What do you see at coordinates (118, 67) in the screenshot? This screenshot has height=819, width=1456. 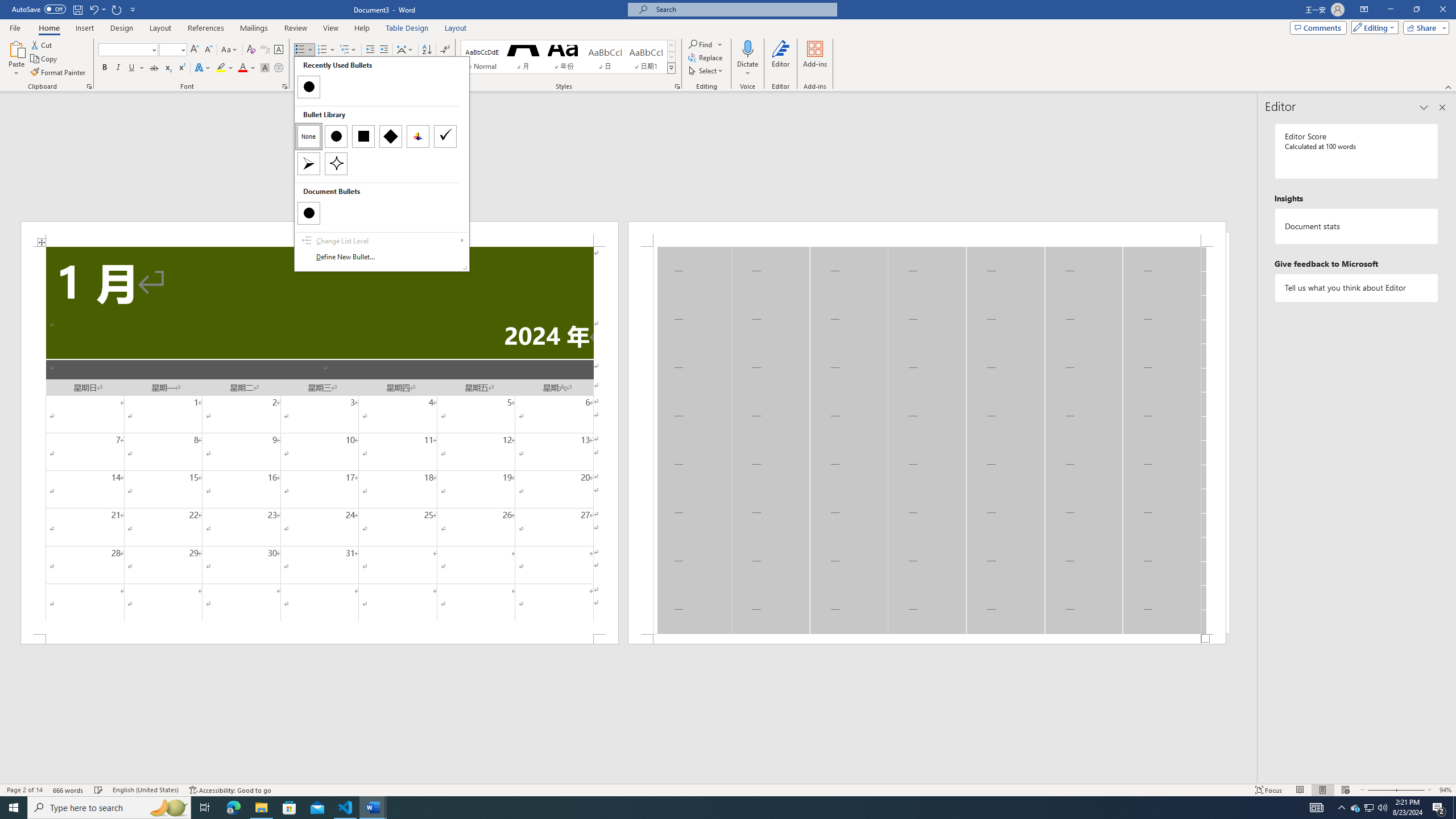 I see `'Italic'` at bounding box center [118, 67].